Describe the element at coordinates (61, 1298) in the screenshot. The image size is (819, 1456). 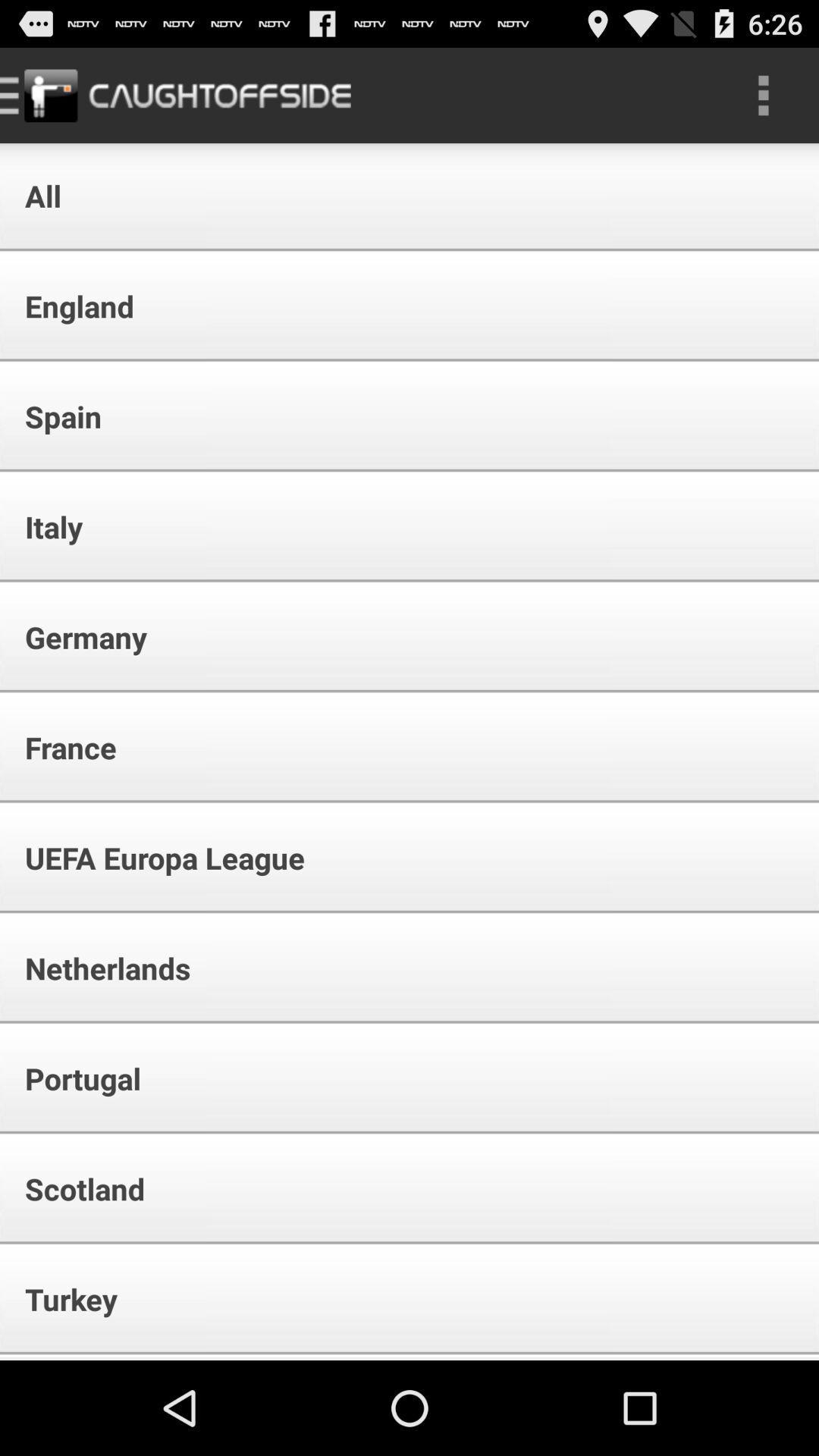
I see `the turkey icon` at that location.